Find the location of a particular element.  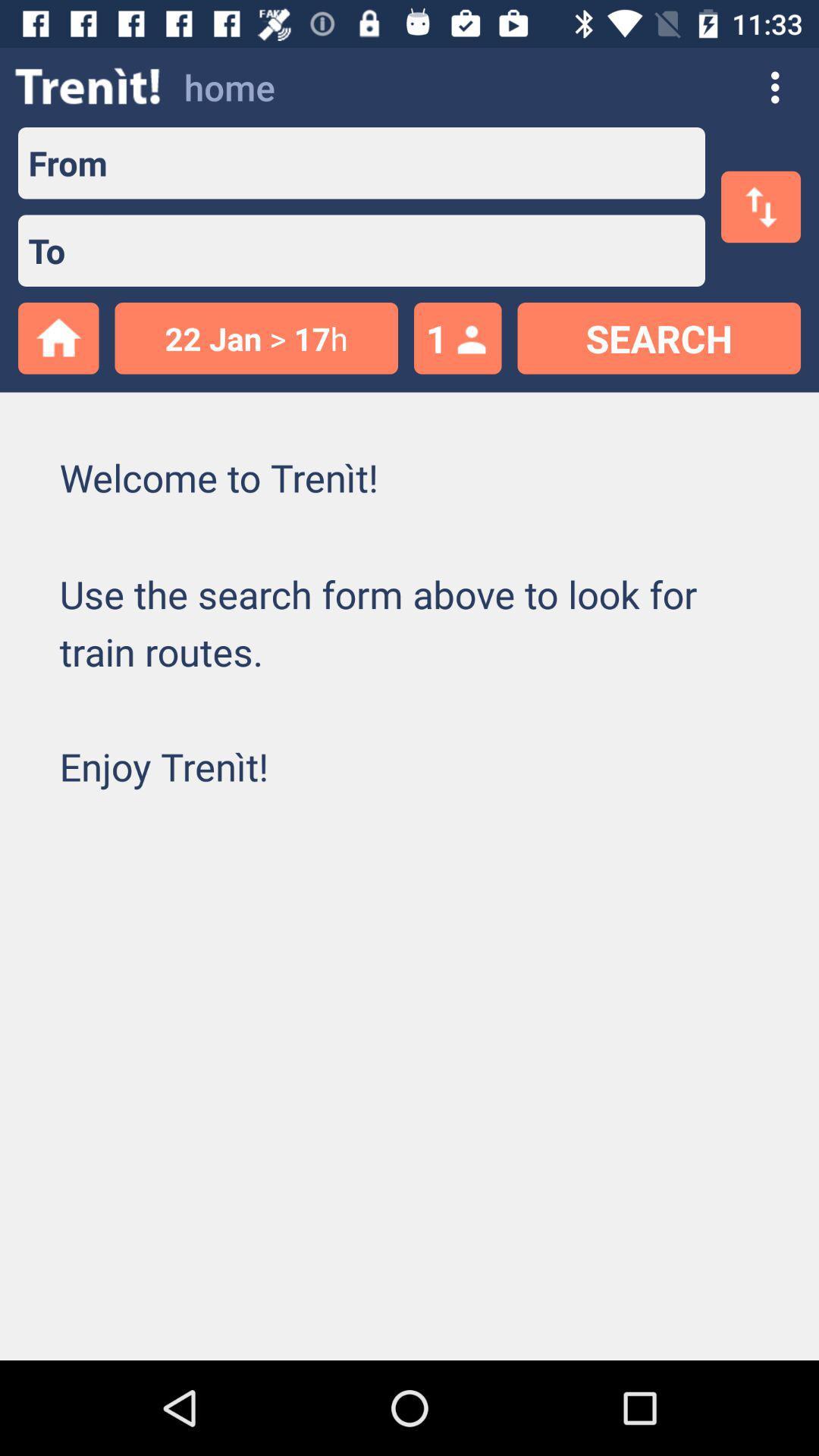

where to start from is located at coordinates (405, 163).